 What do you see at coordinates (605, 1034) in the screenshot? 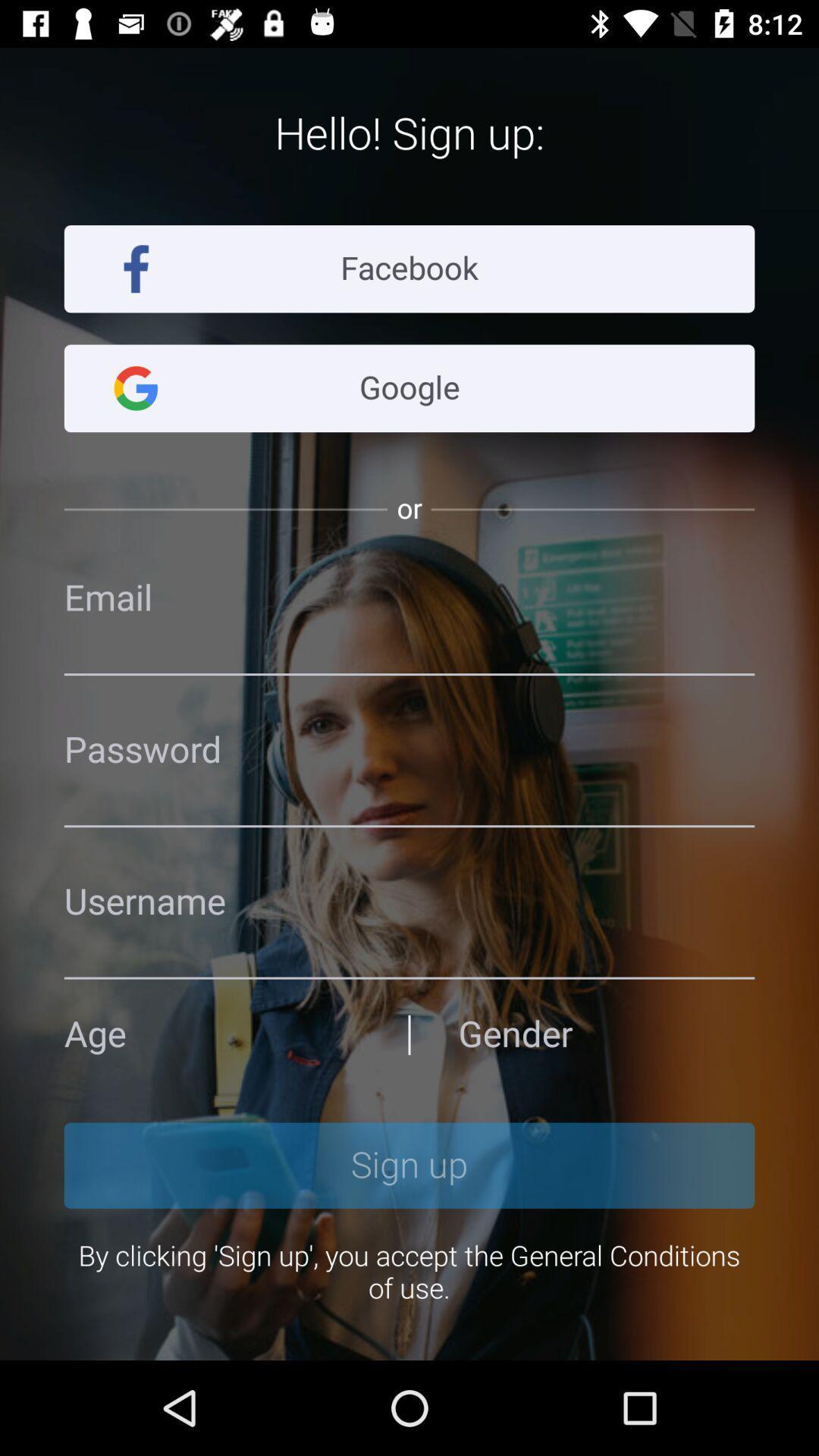
I see `your gender` at bounding box center [605, 1034].